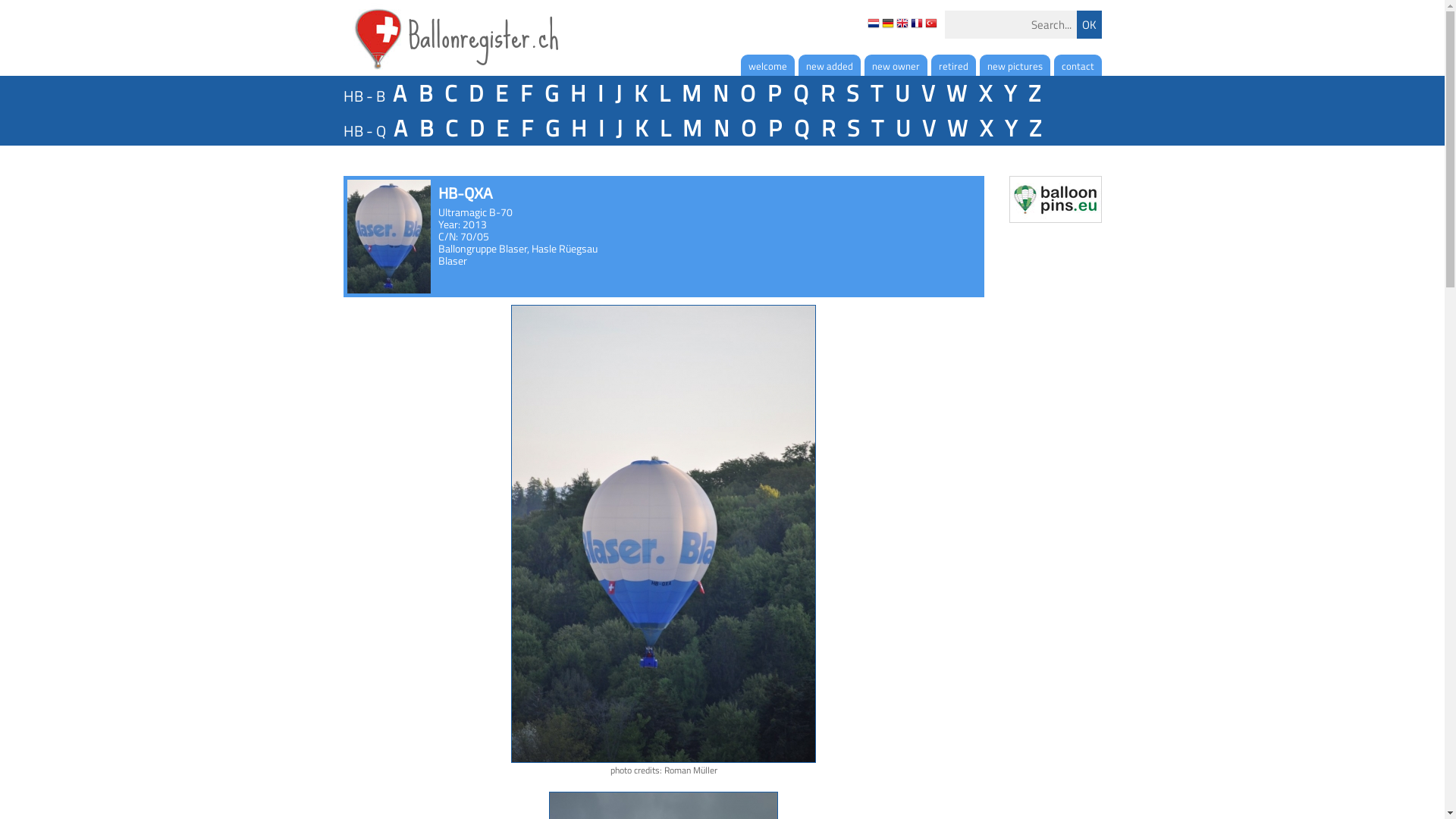 The image size is (1456, 819). I want to click on 'F', so click(516, 93).